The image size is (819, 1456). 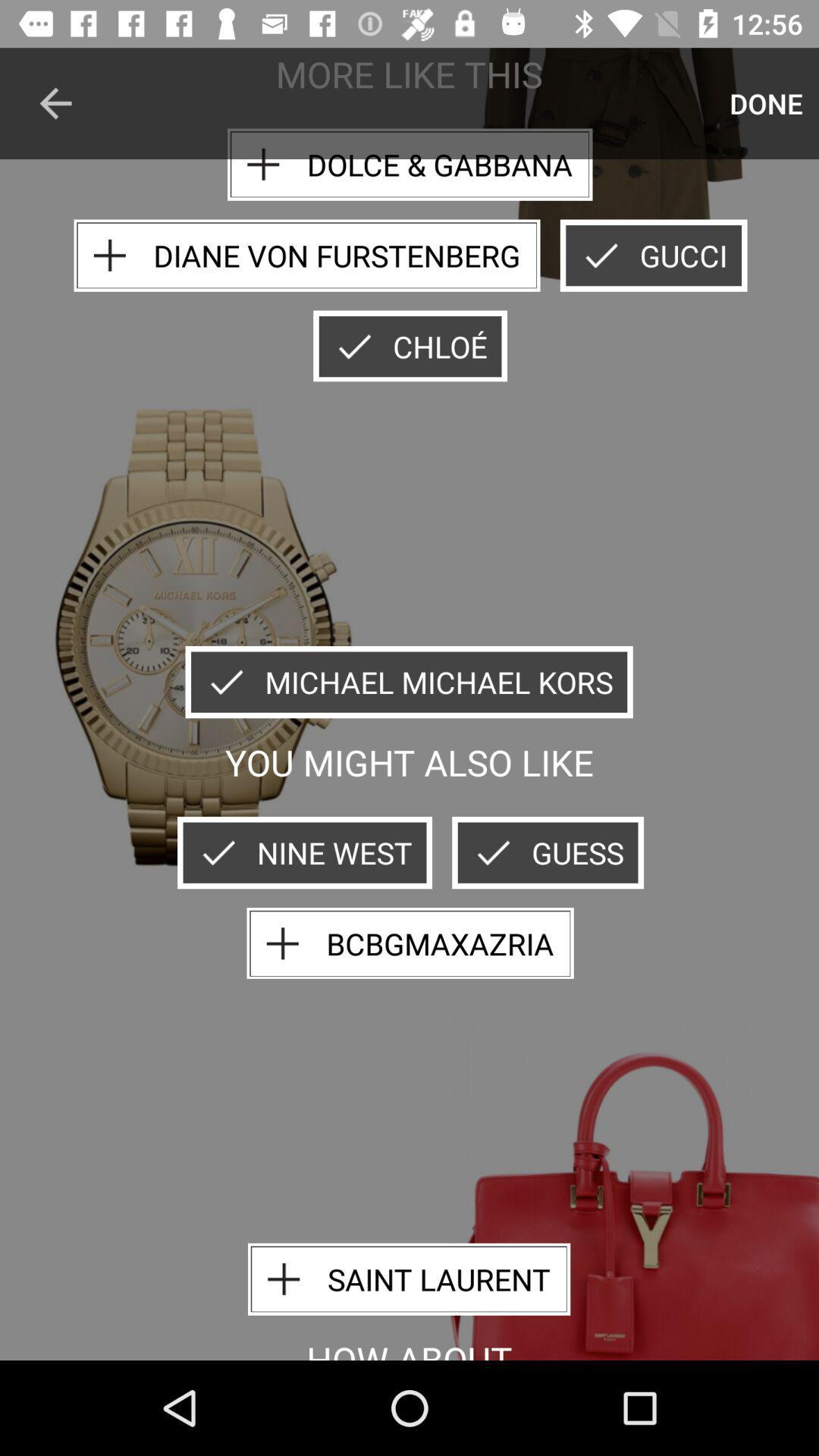 What do you see at coordinates (653, 256) in the screenshot?
I see `gucci` at bounding box center [653, 256].